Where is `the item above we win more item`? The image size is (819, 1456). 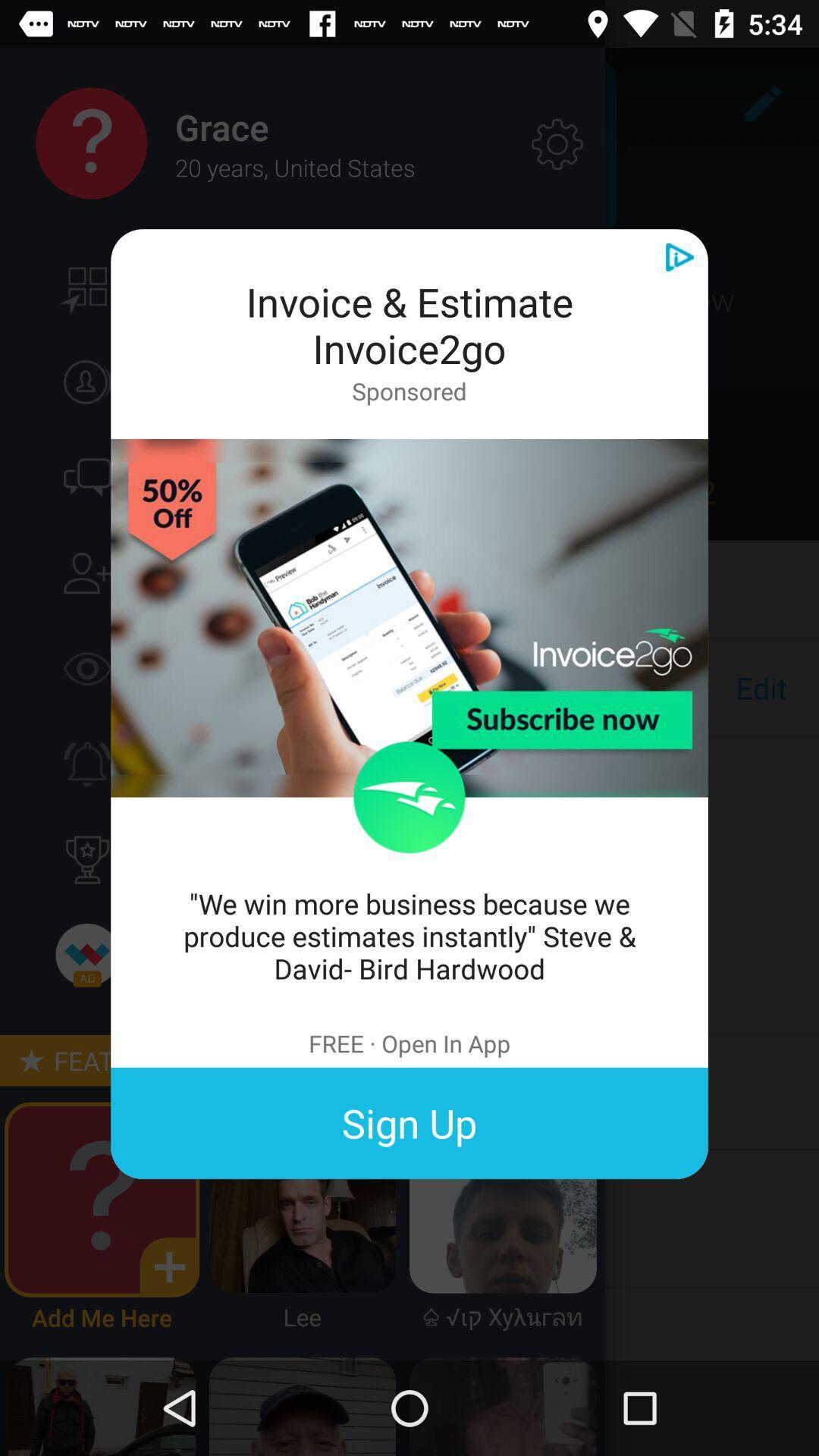 the item above we win more item is located at coordinates (409, 796).